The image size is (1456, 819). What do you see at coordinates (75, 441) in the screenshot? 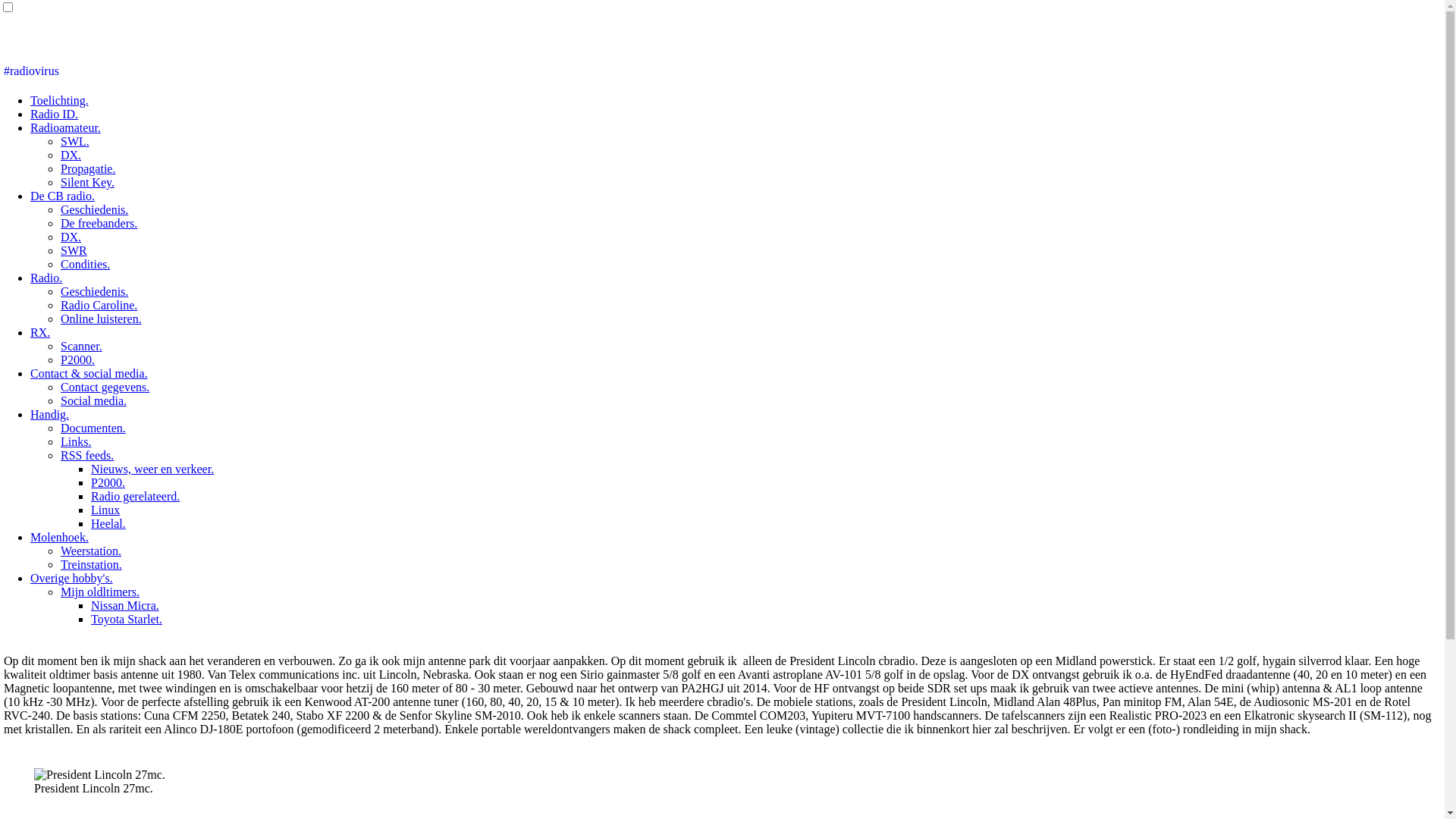
I see `'Links.'` at bounding box center [75, 441].